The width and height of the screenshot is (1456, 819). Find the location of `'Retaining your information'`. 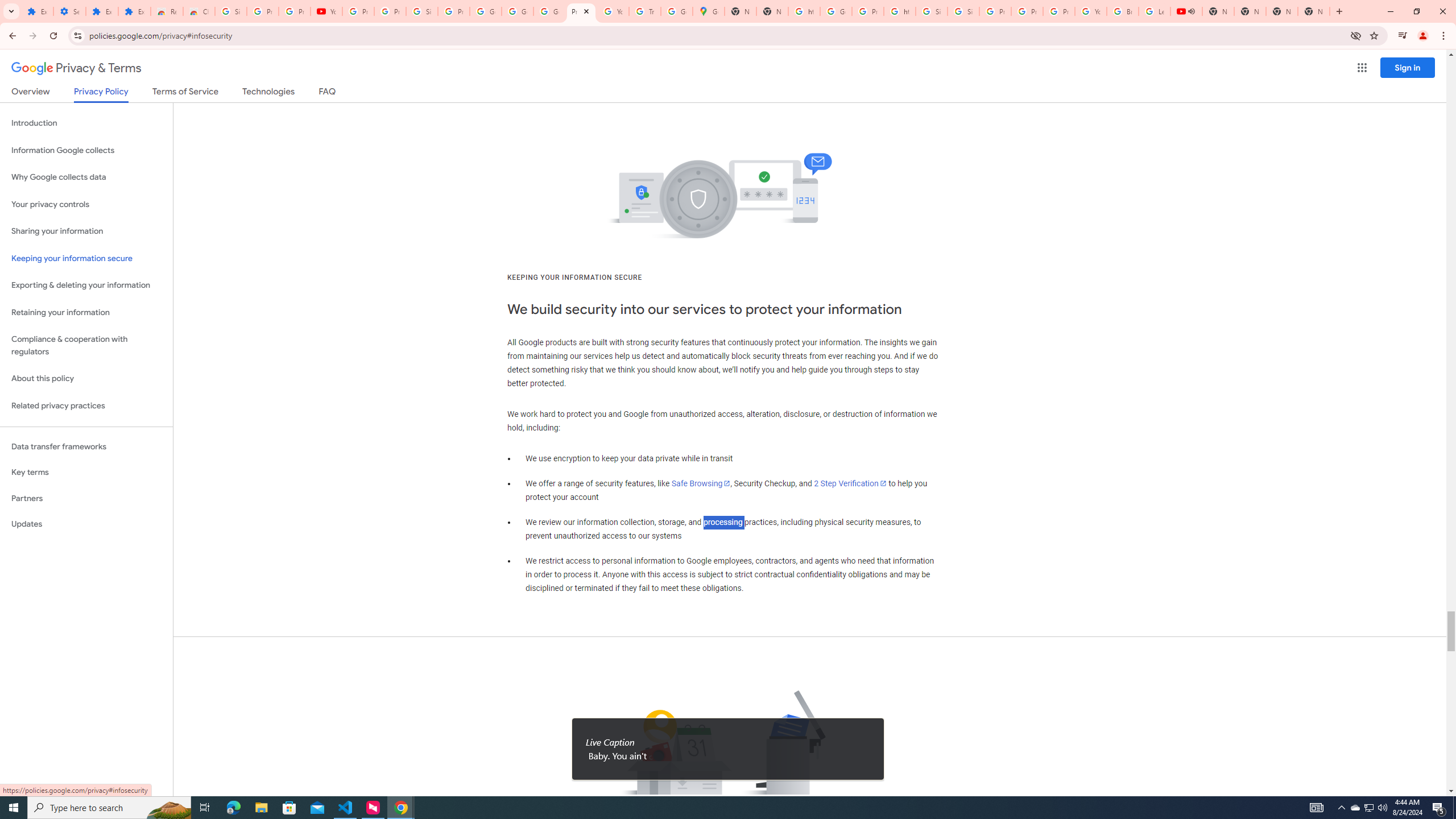

'Retaining your information' is located at coordinates (86, 312).